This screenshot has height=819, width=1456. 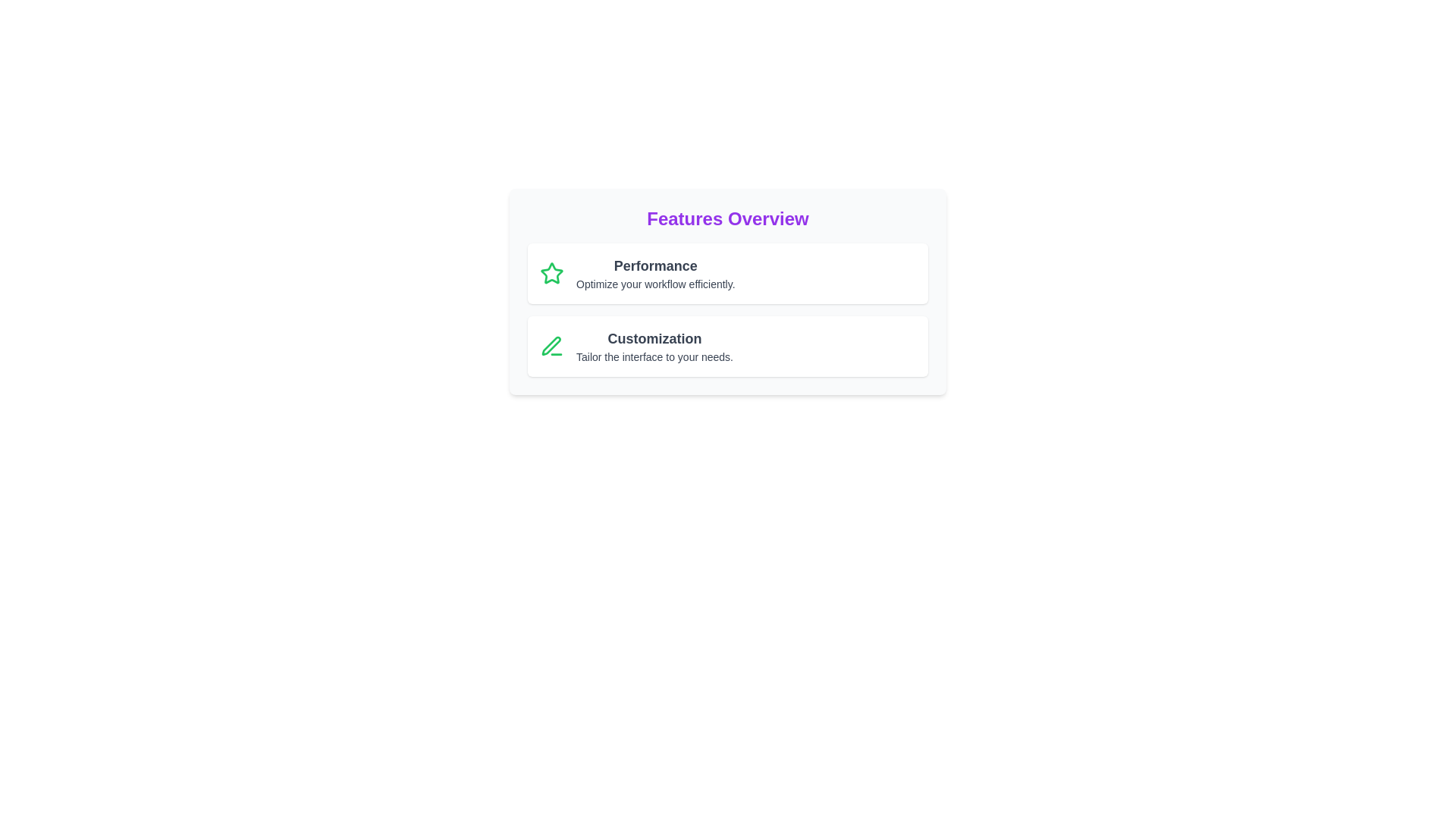 What do you see at coordinates (655, 265) in the screenshot?
I see `the 'Performance' header text` at bounding box center [655, 265].